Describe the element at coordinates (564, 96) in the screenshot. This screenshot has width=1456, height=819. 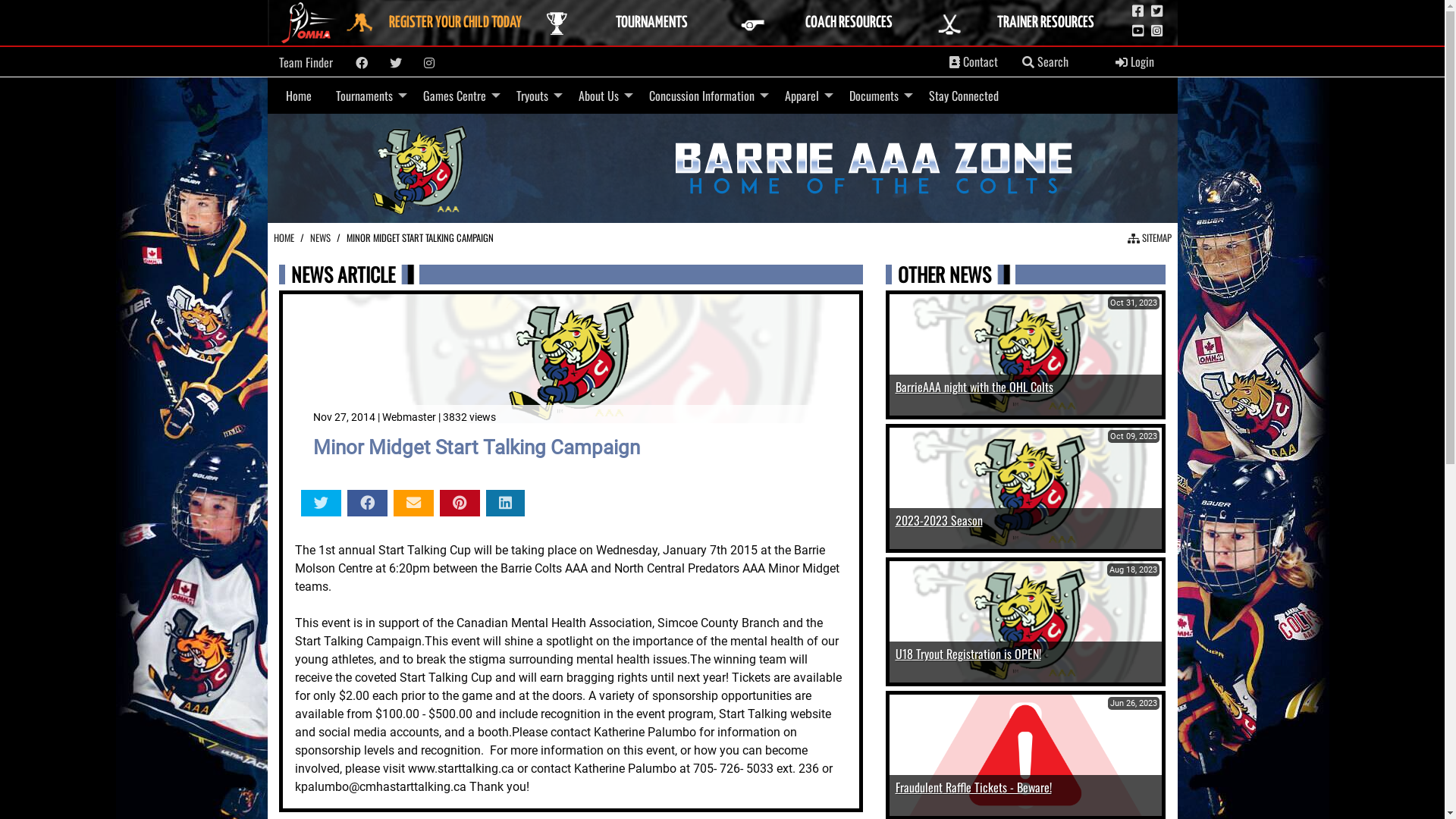
I see `'About Us'` at that location.